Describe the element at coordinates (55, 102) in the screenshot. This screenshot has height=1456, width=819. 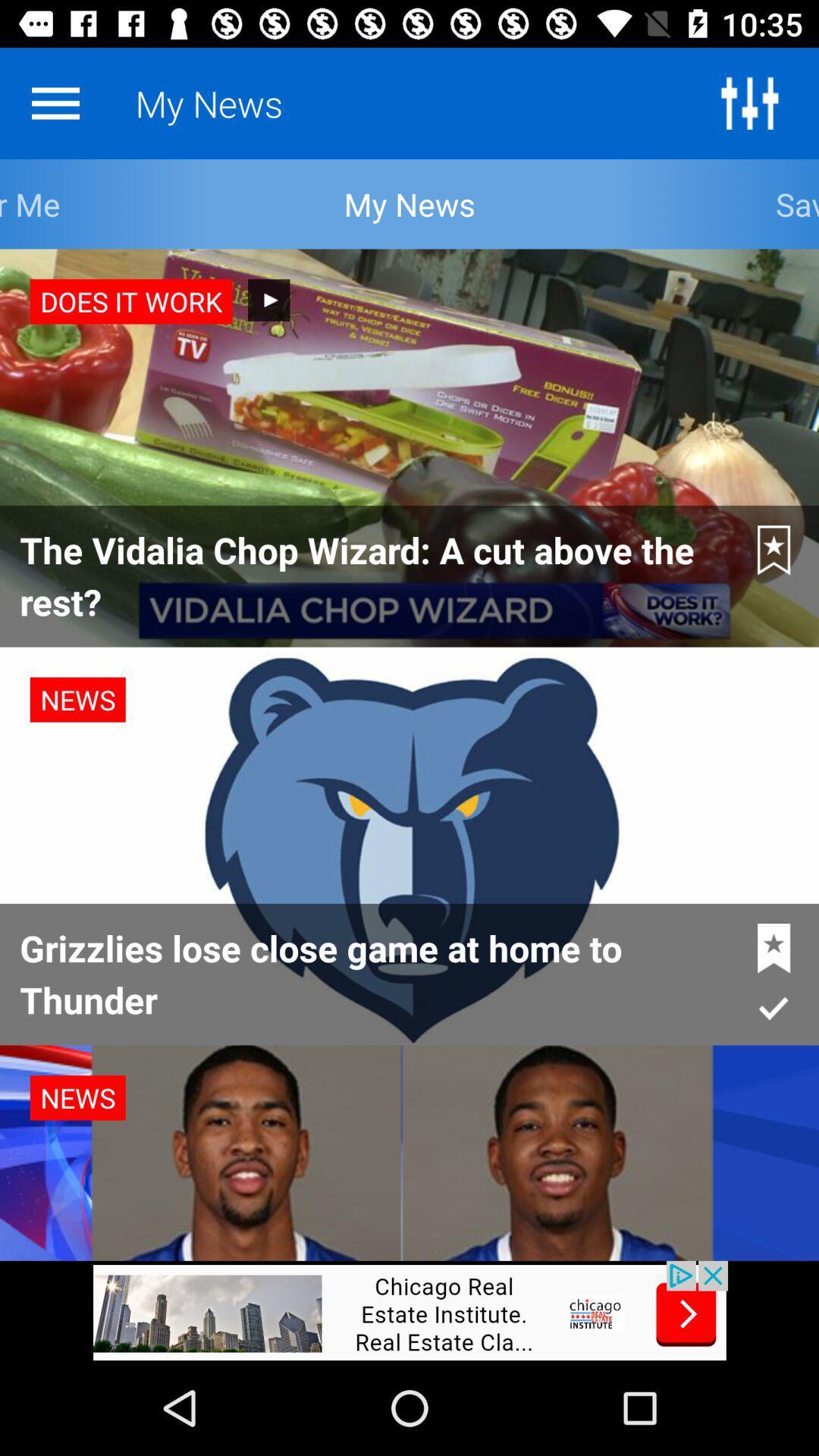
I see `menu option` at that location.